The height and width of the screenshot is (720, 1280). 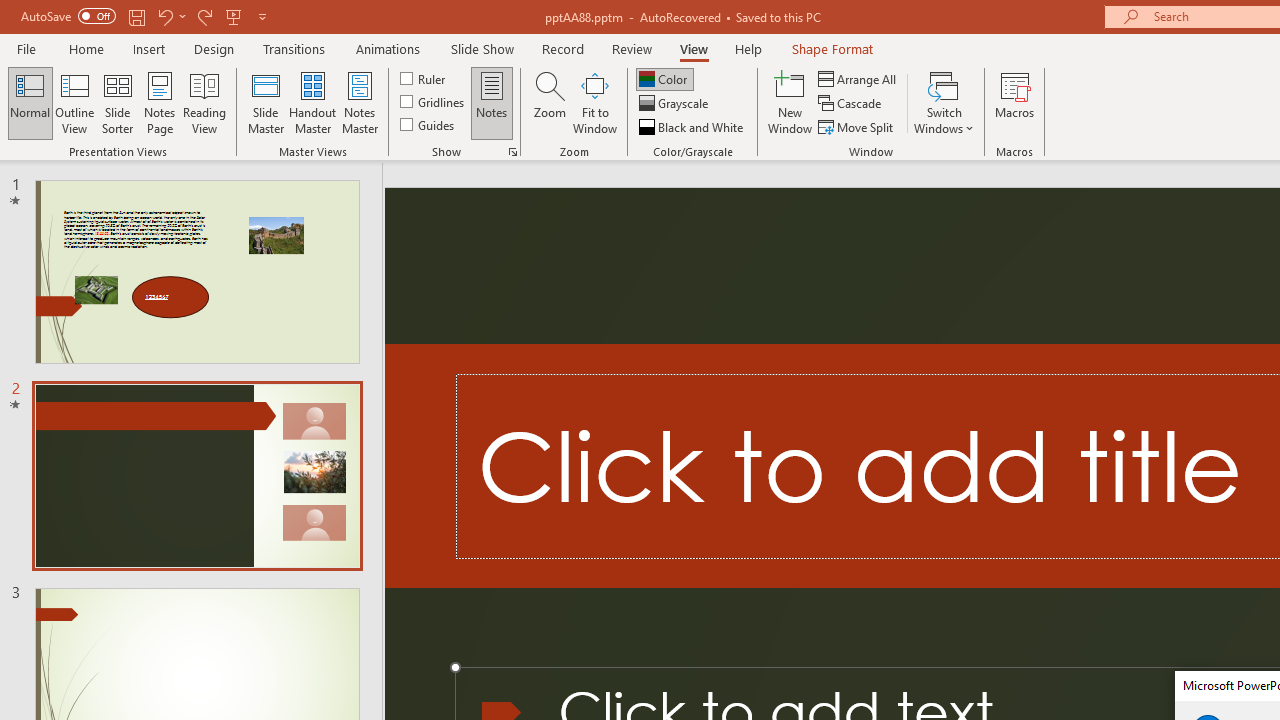 I want to click on 'Grayscale', so click(x=675, y=103).